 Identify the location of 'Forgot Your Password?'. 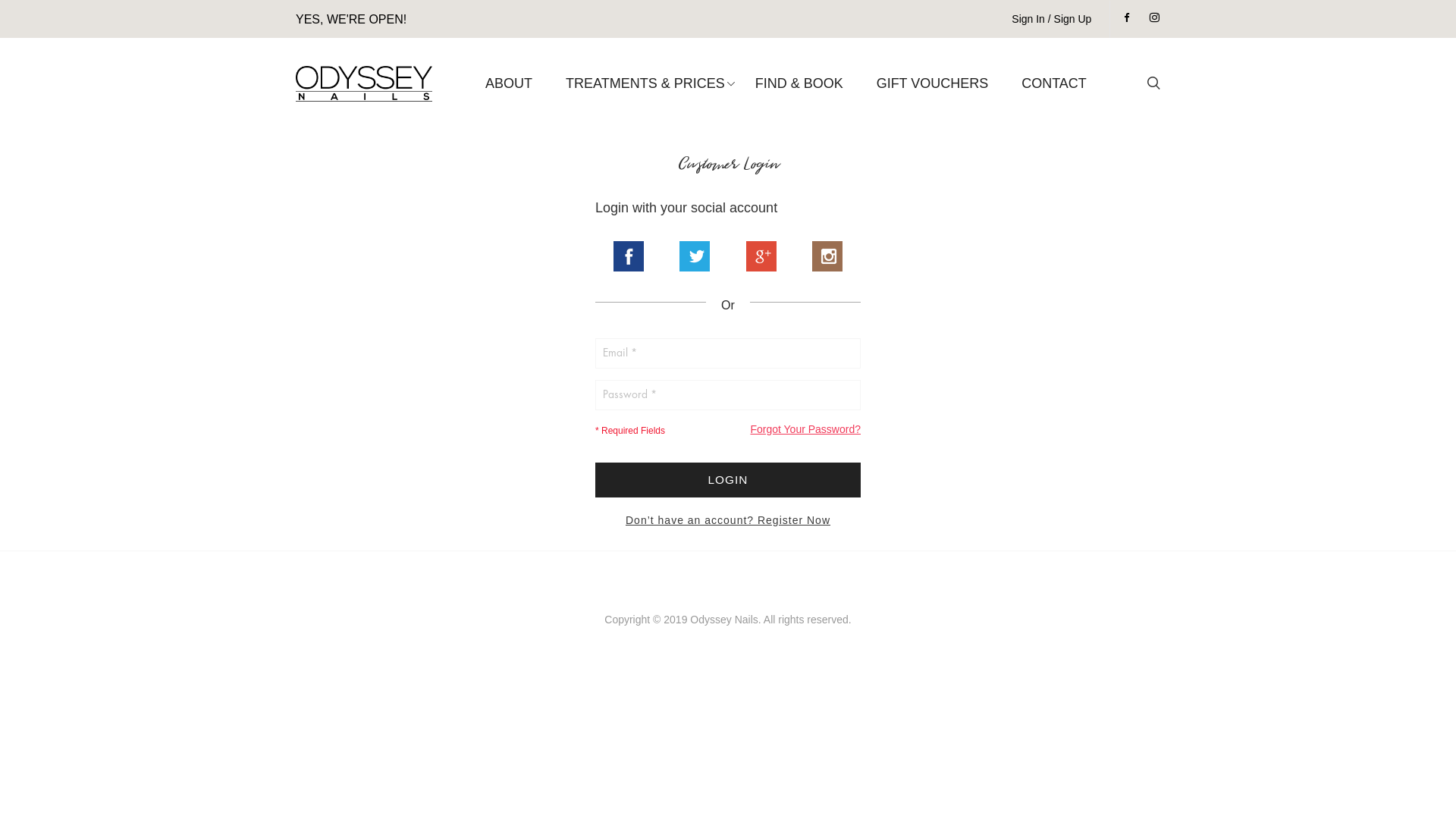
(749, 429).